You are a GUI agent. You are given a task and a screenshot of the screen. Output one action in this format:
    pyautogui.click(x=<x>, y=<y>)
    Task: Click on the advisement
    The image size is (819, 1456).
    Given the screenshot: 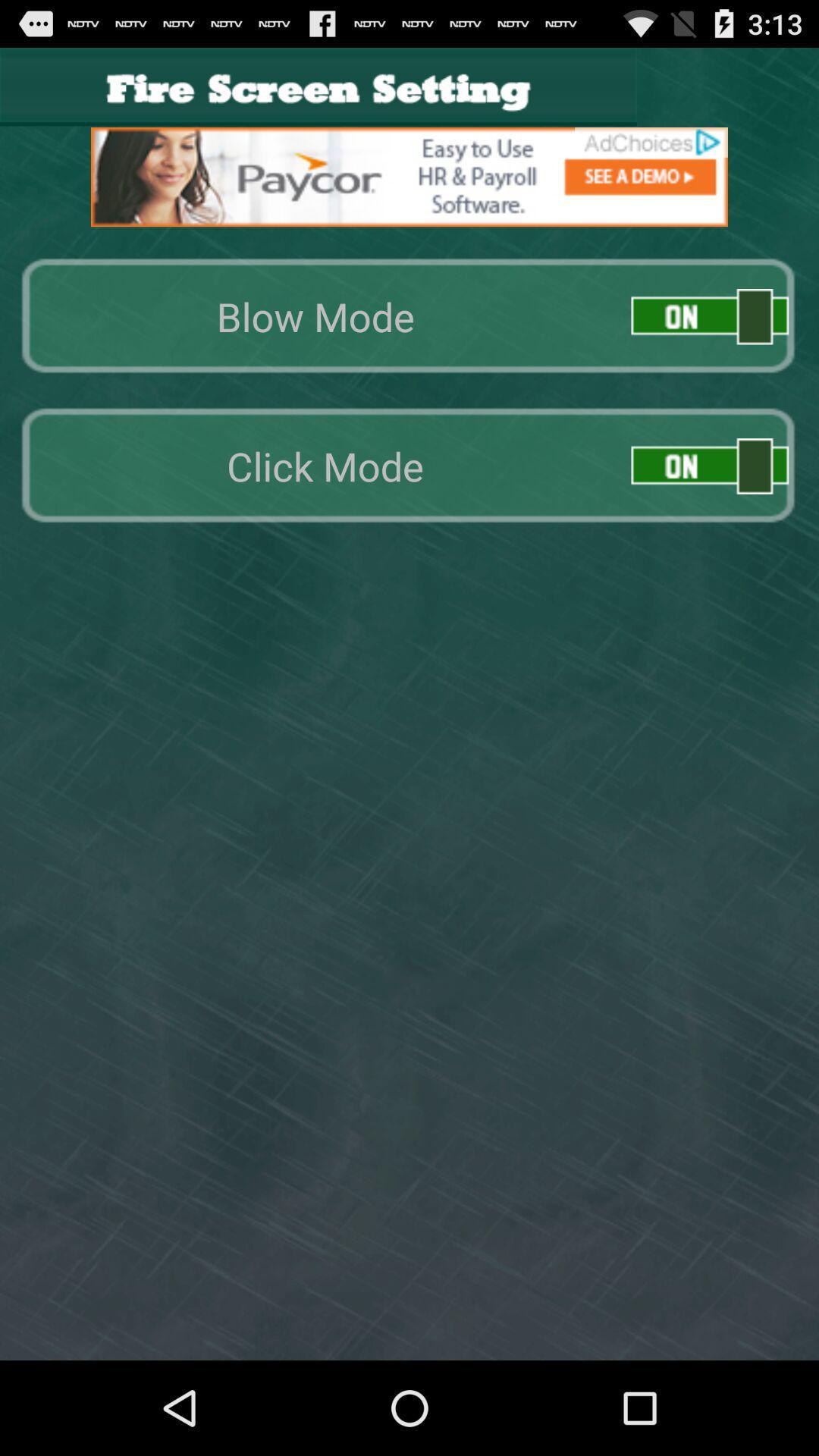 What is the action you would take?
    pyautogui.click(x=409, y=177)
    